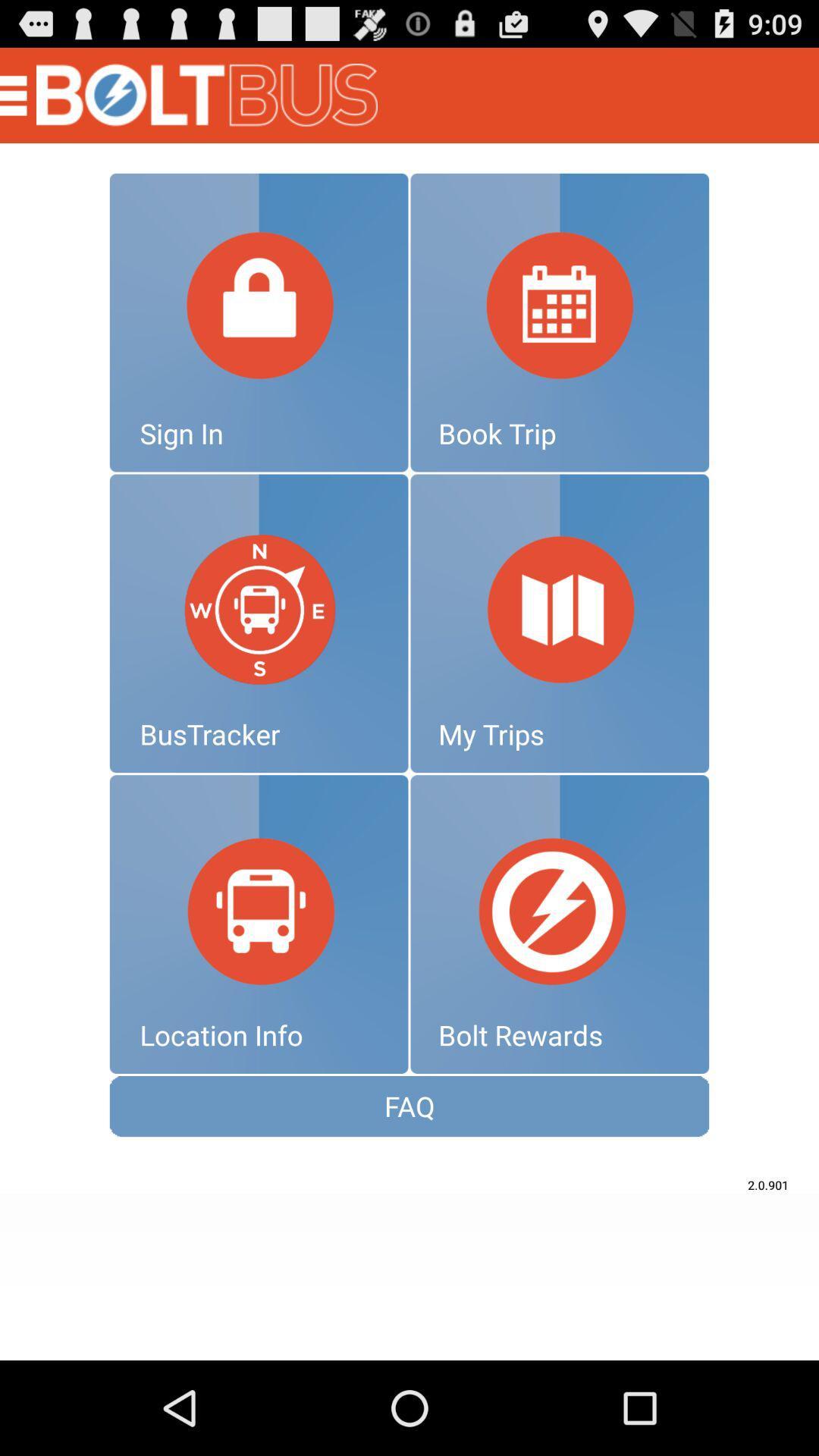 The height and width of the screenshot is (1456, 819). Describe the element at coordinates (258, 623) in the screenshot. I see `bustracker` at that location.